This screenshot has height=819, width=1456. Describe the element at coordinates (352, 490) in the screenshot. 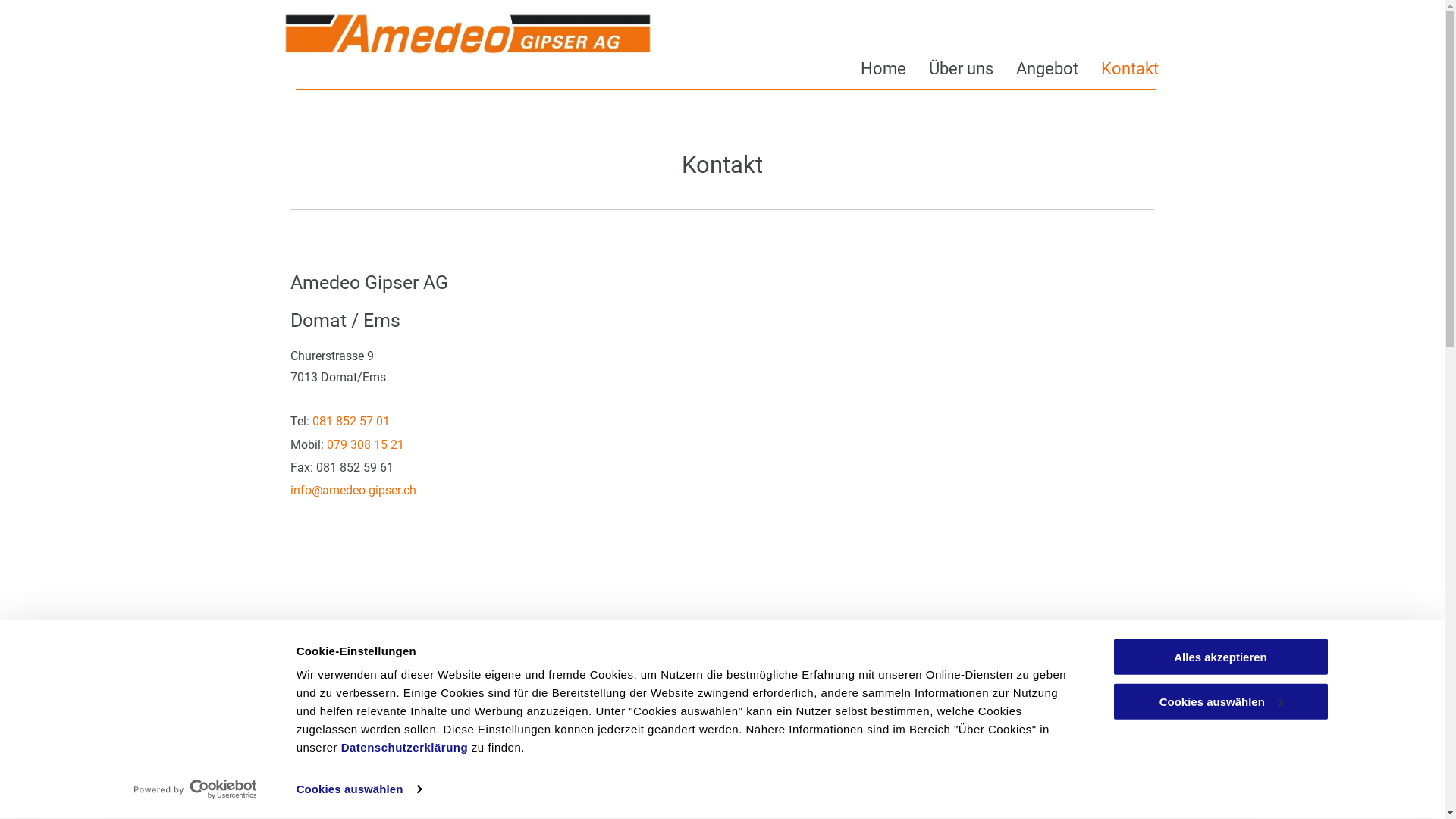

I see `'info@amedeo-gipser.ch'` at that location.